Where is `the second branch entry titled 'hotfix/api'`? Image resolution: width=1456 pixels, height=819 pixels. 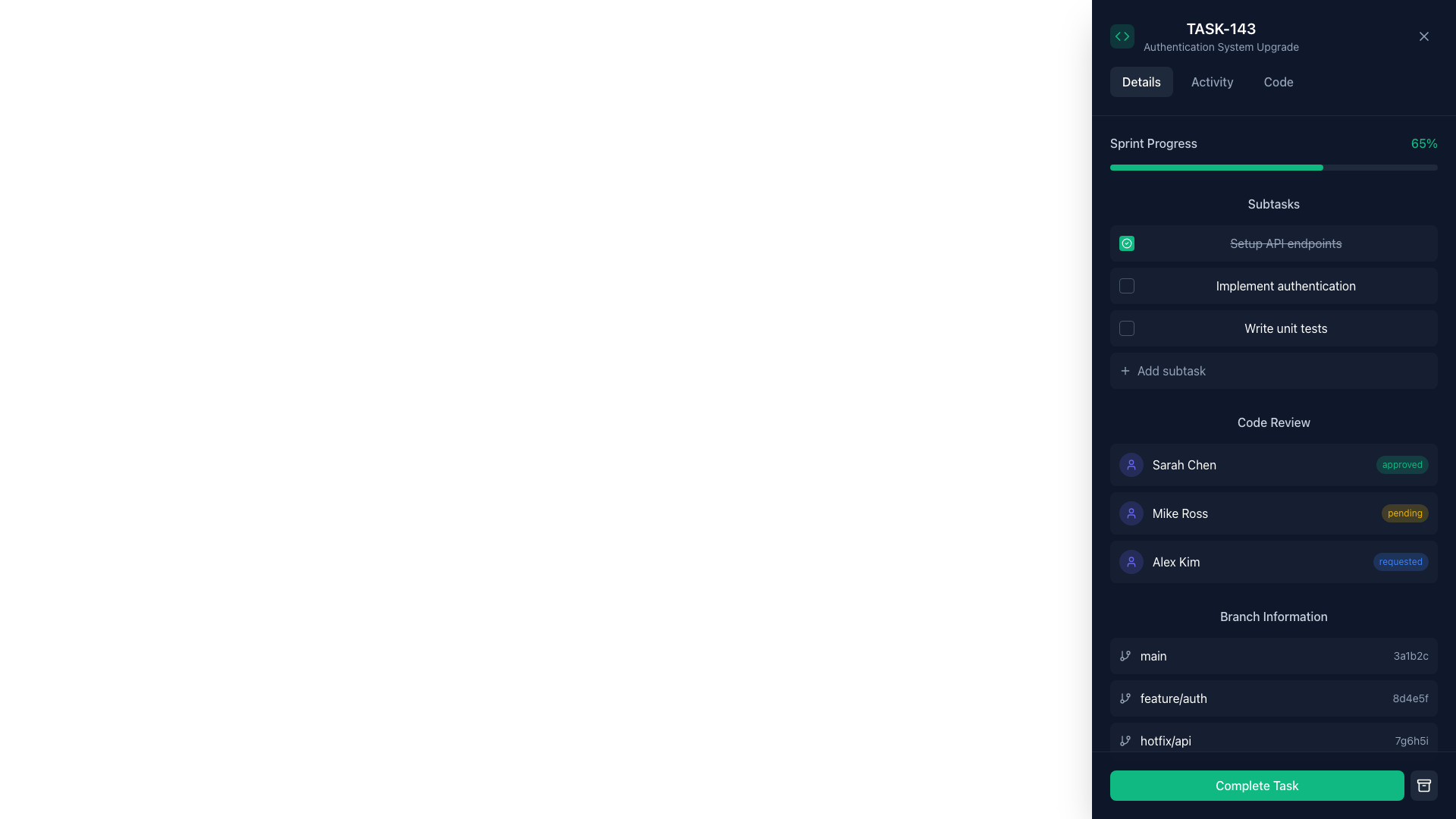 the second branch entry titled 'hotfix/api' is located at coordinates (1274, 683).